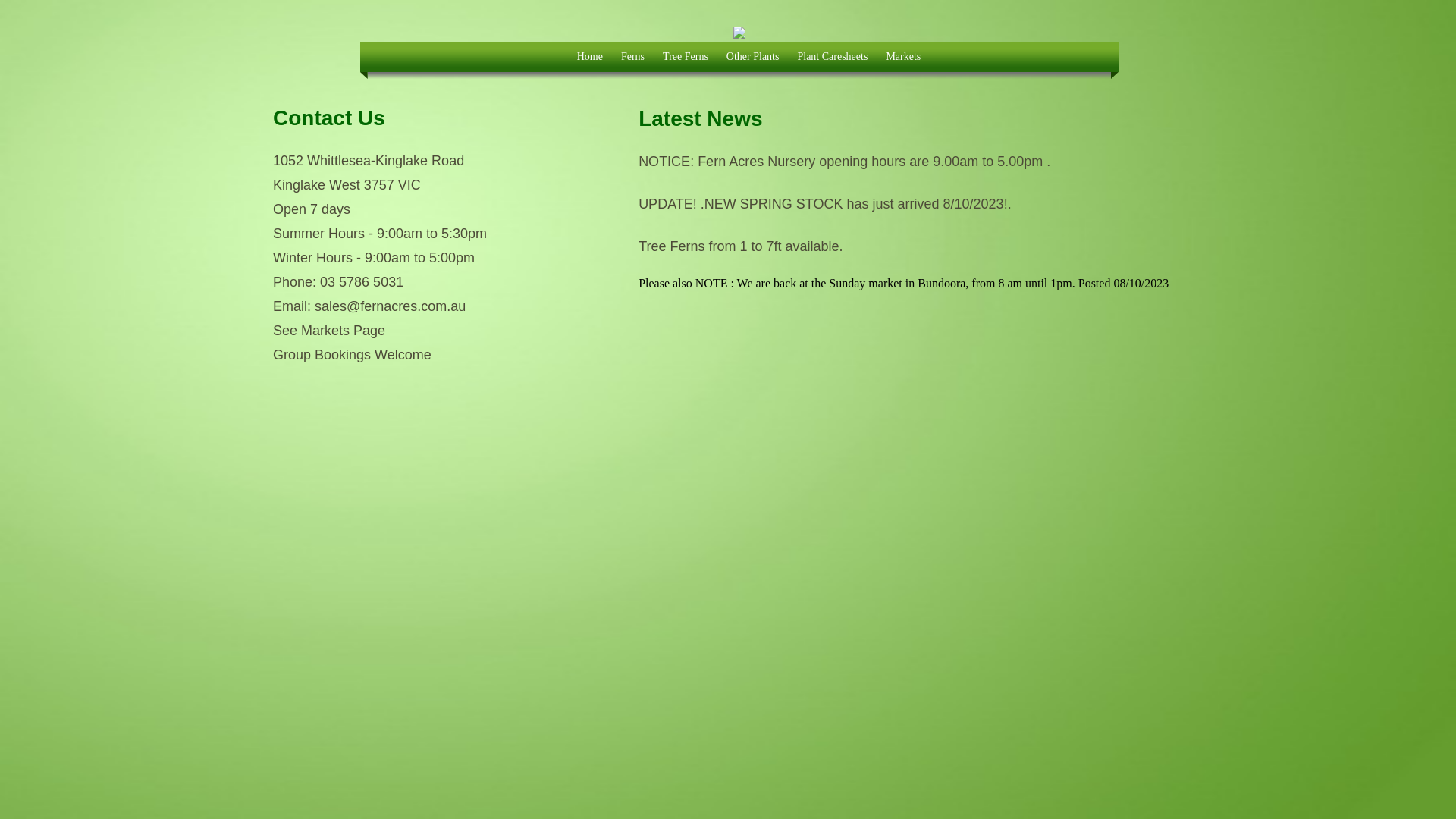 The width and height of the screenshot is (1456, 819). What do you see at coordinates (877, 60) in the screenshot?
I see `'Markets'` at bounding box center [877, 60].